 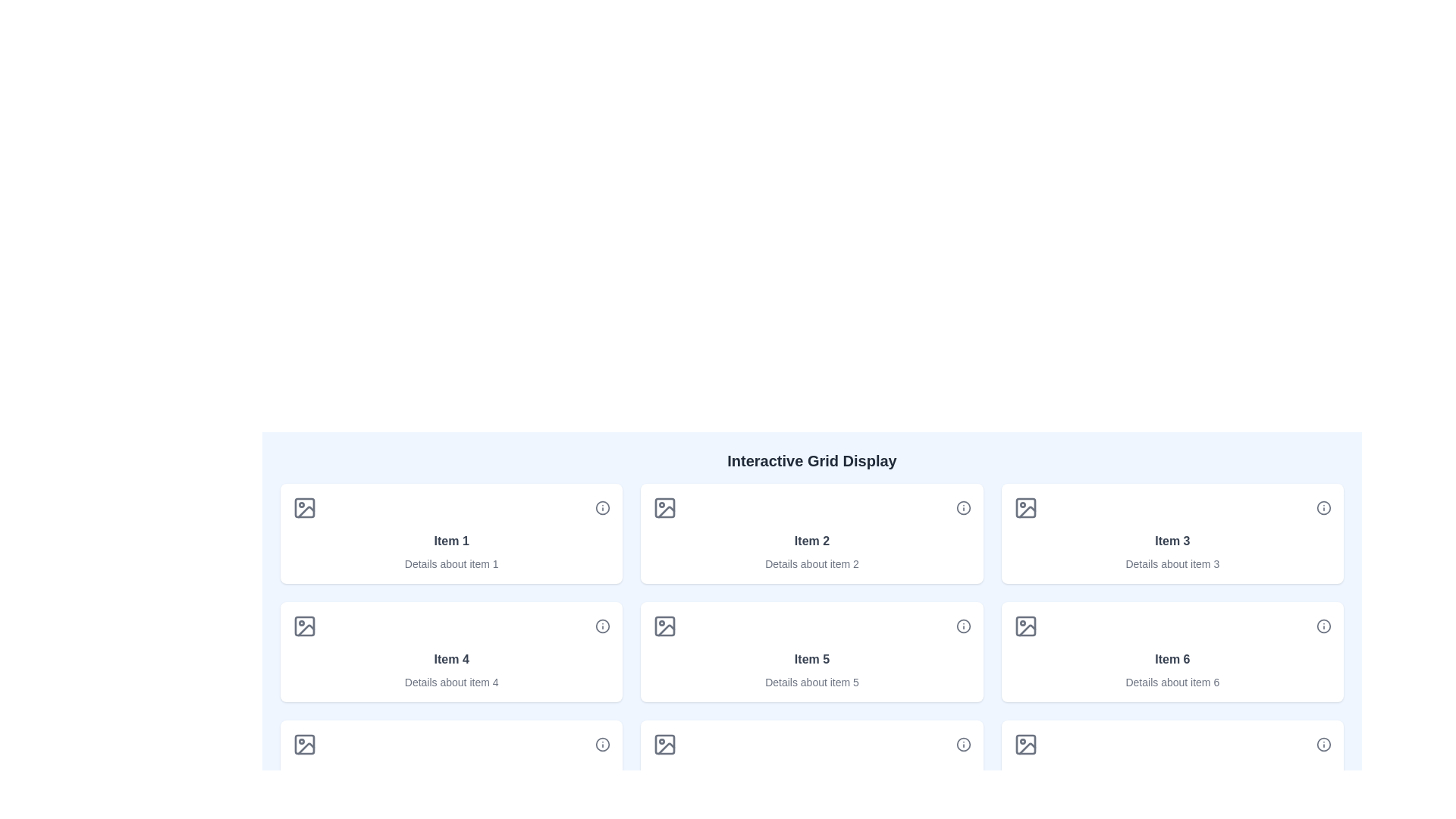 I want to click on the icon representing the image or placeholder for 'Item 5' located in the second row and third column of the grid, so click(x=665, y=626).